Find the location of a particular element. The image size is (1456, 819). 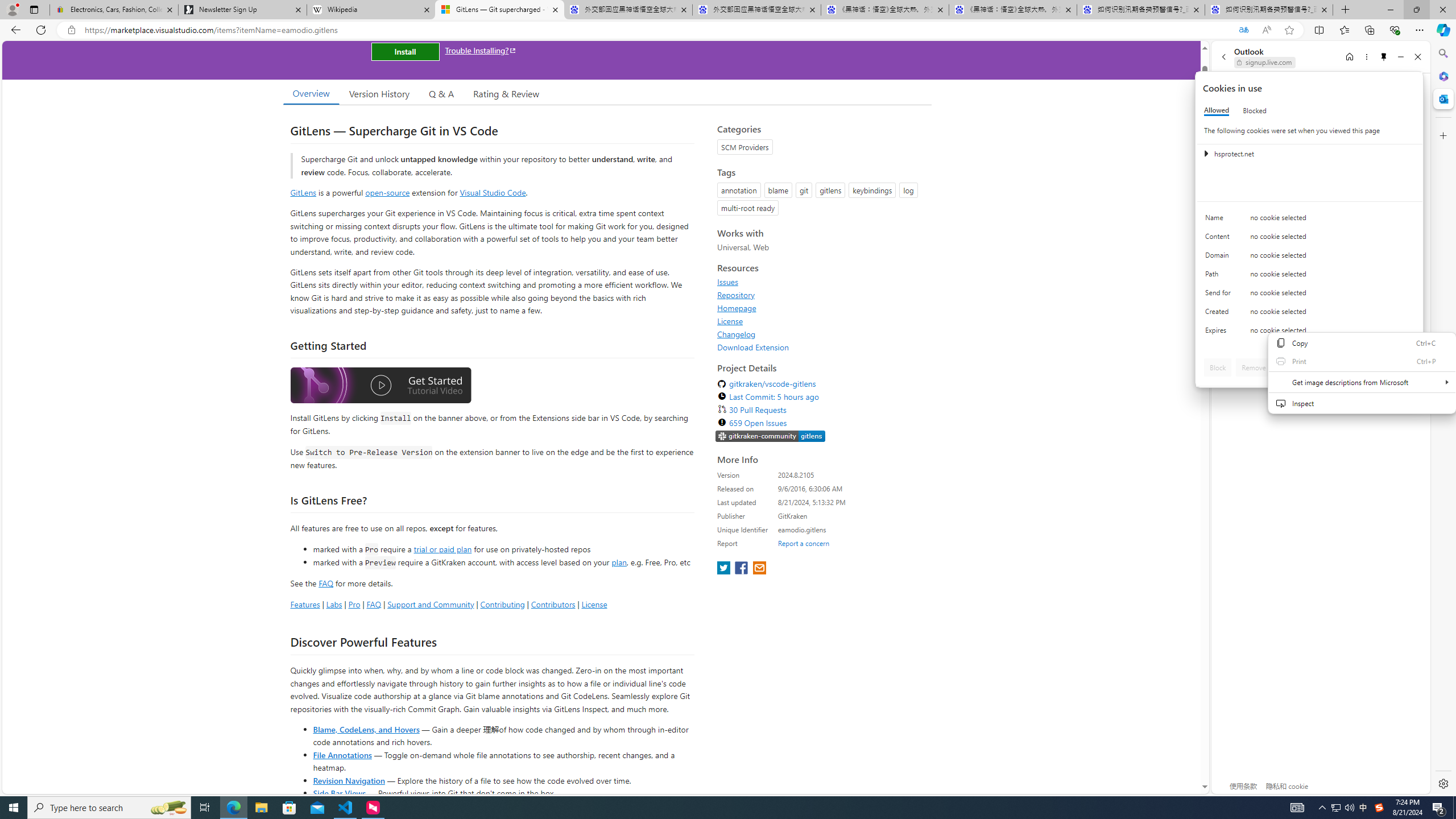

'Path' is located at coordinates (1219, 276).